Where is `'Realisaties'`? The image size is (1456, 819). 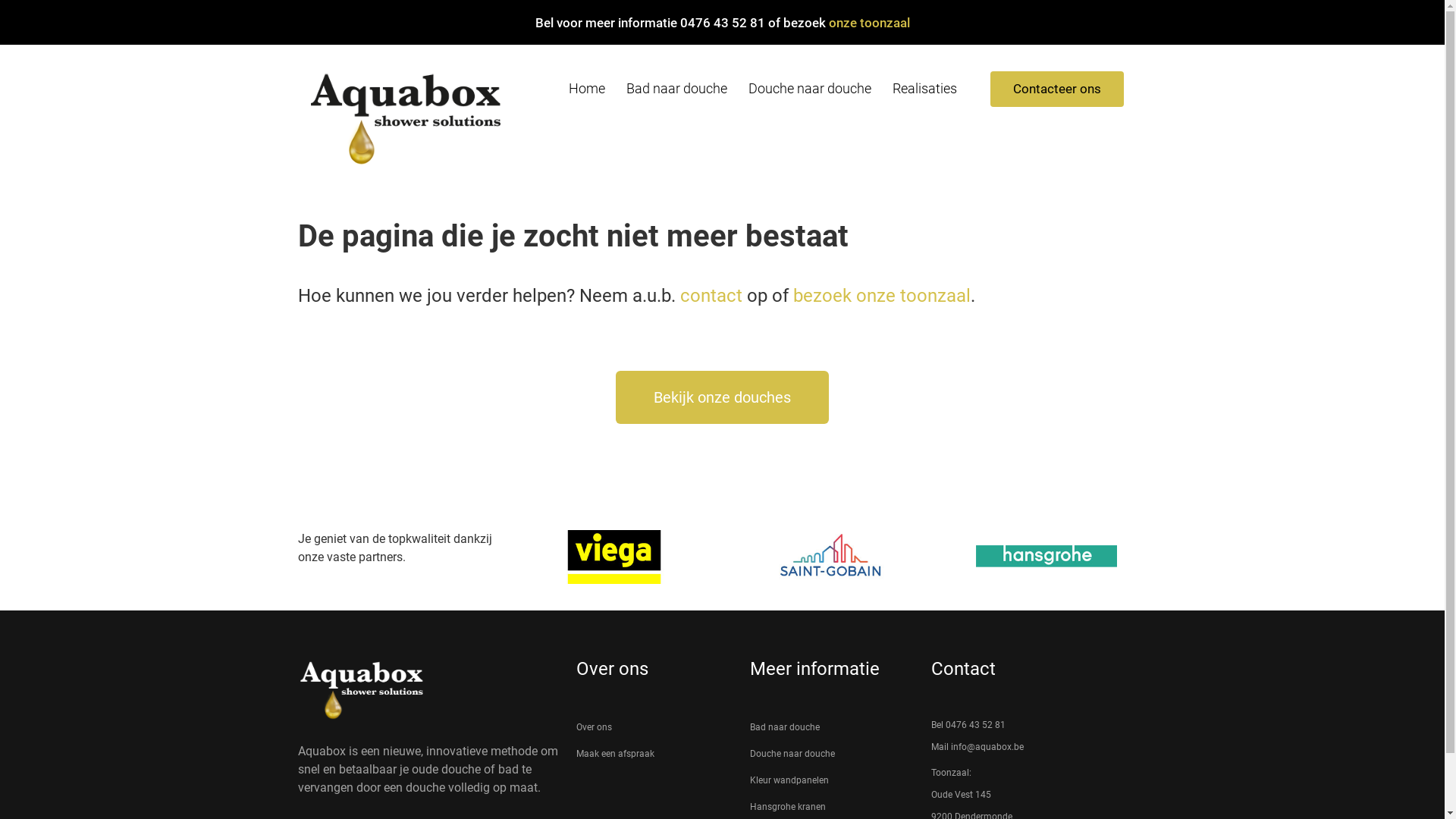 'Realisaties' is located at coordinates (924, 88).